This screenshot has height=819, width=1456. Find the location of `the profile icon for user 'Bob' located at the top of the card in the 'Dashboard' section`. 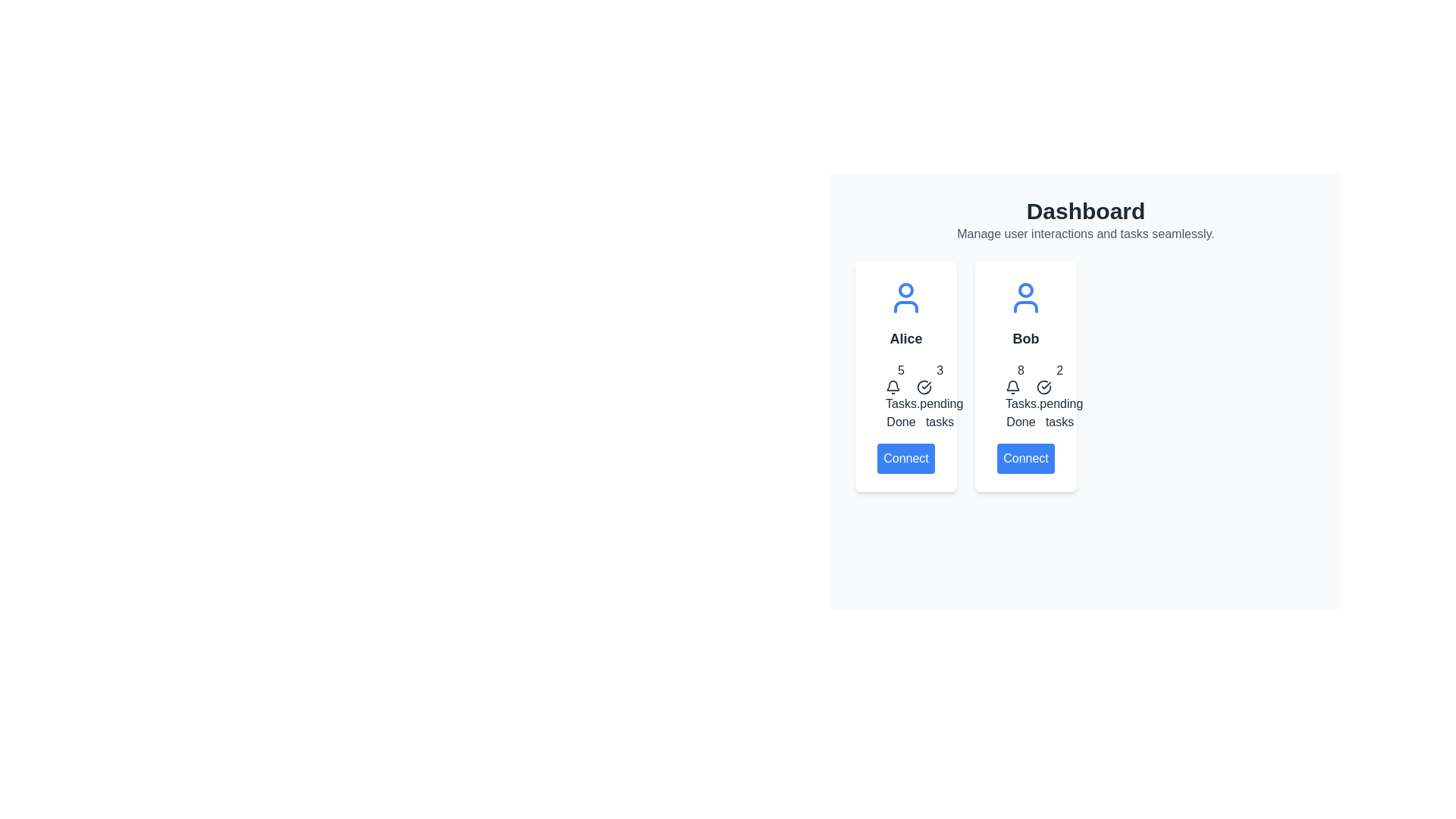

the profile icon for user 'Bob' located at the top of the card in the 'Dashboard' section is located at coordinates (1026, 298).